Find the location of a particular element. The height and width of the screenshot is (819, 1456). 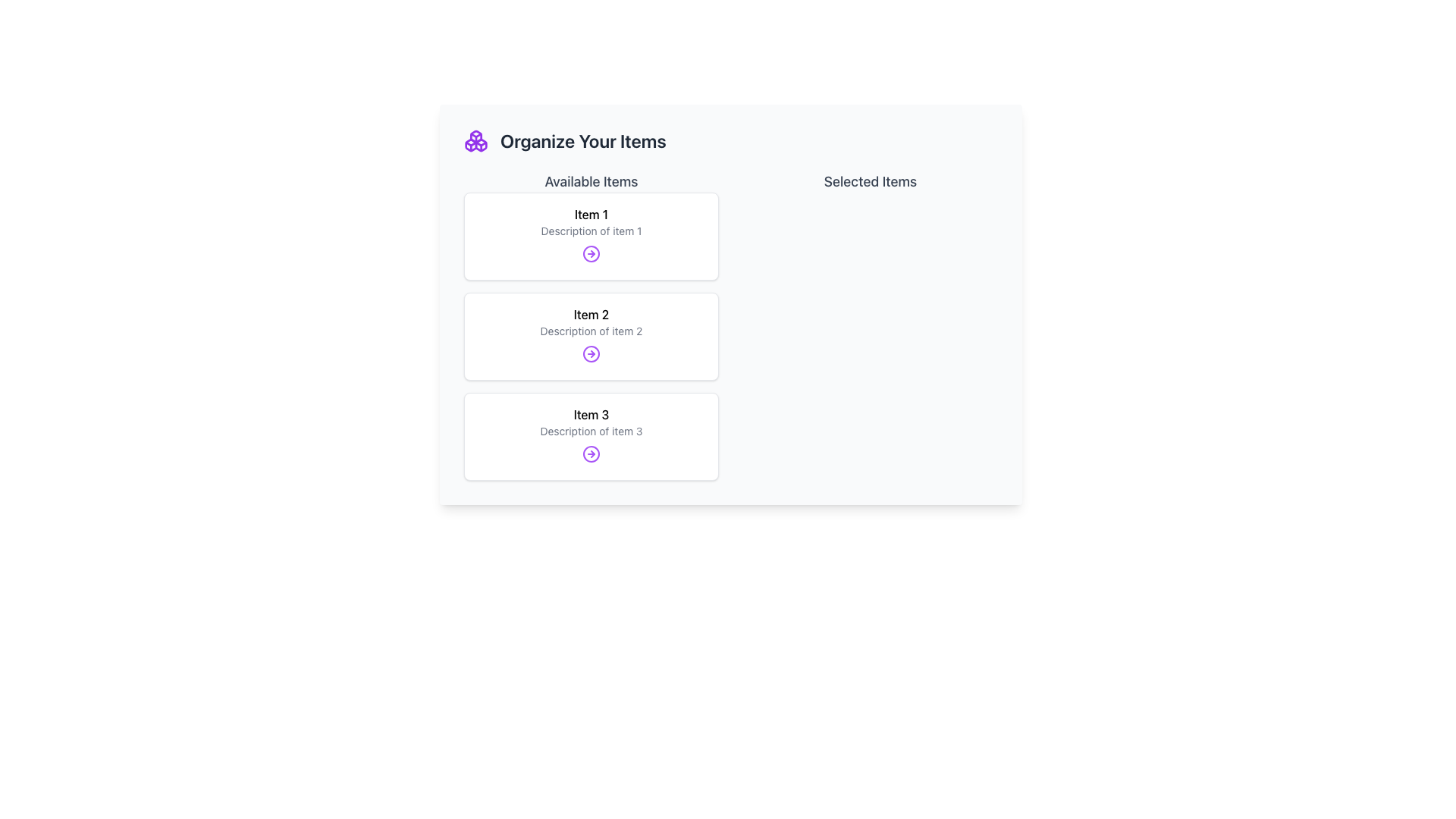

the third card labeled 'Item 3' in the list of available items, which is located at the bottom of the list under 'Item 2' is located at coordinates (590, 436).